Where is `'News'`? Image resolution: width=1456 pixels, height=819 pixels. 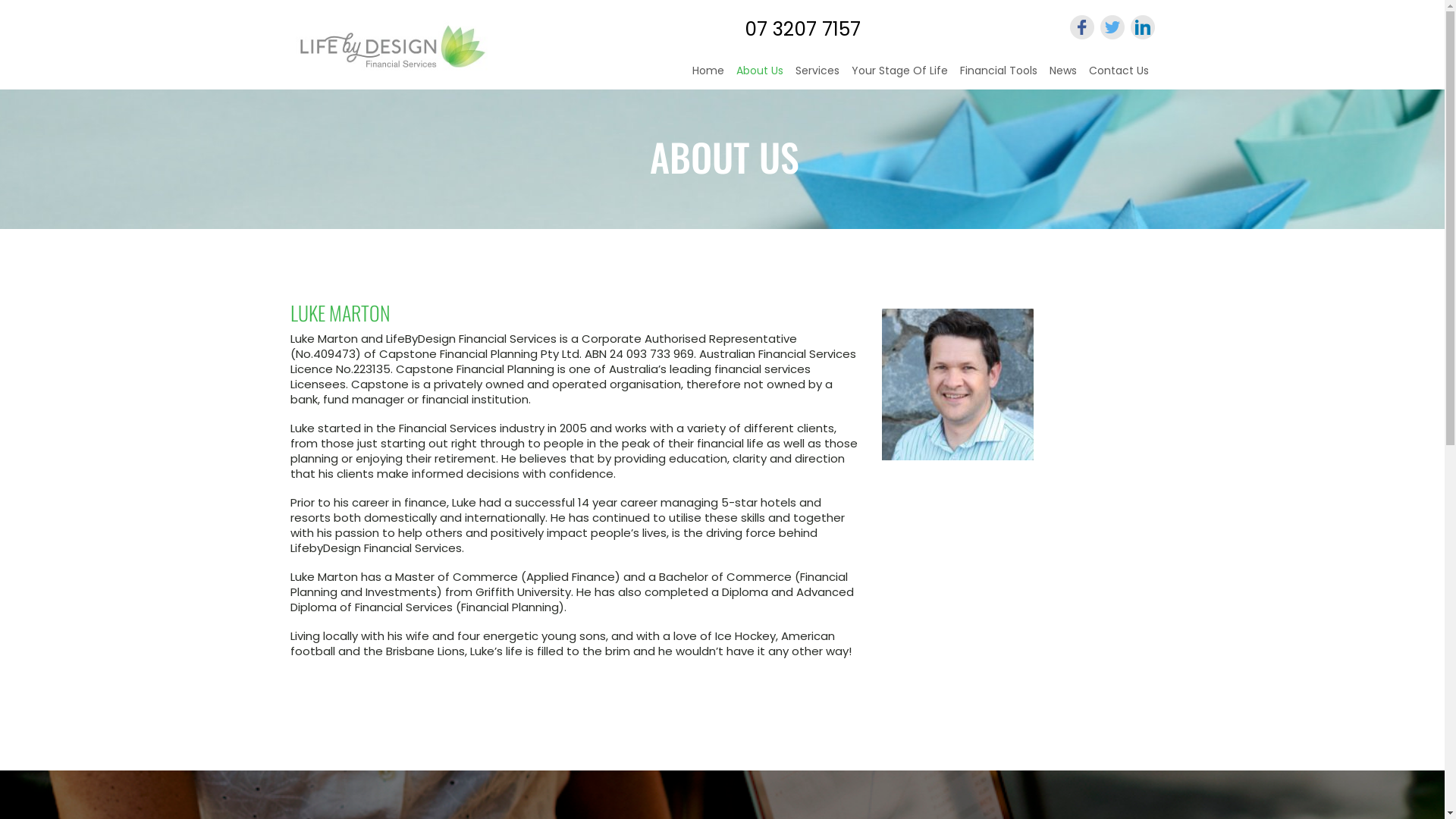 'News' is located at coordinates (1062, 67).